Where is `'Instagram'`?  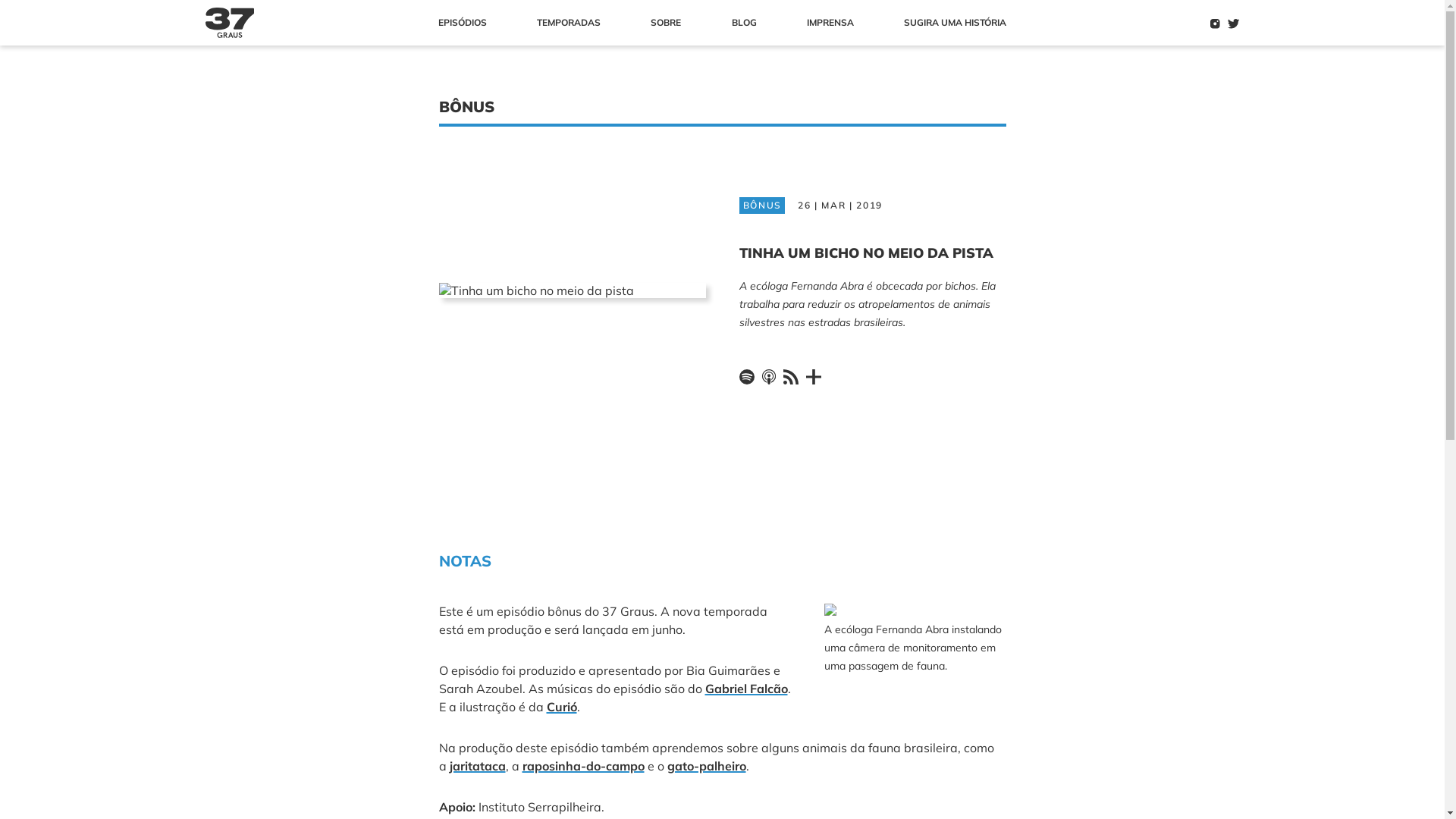
'Instagram' is located at coordinates (1215, 24).